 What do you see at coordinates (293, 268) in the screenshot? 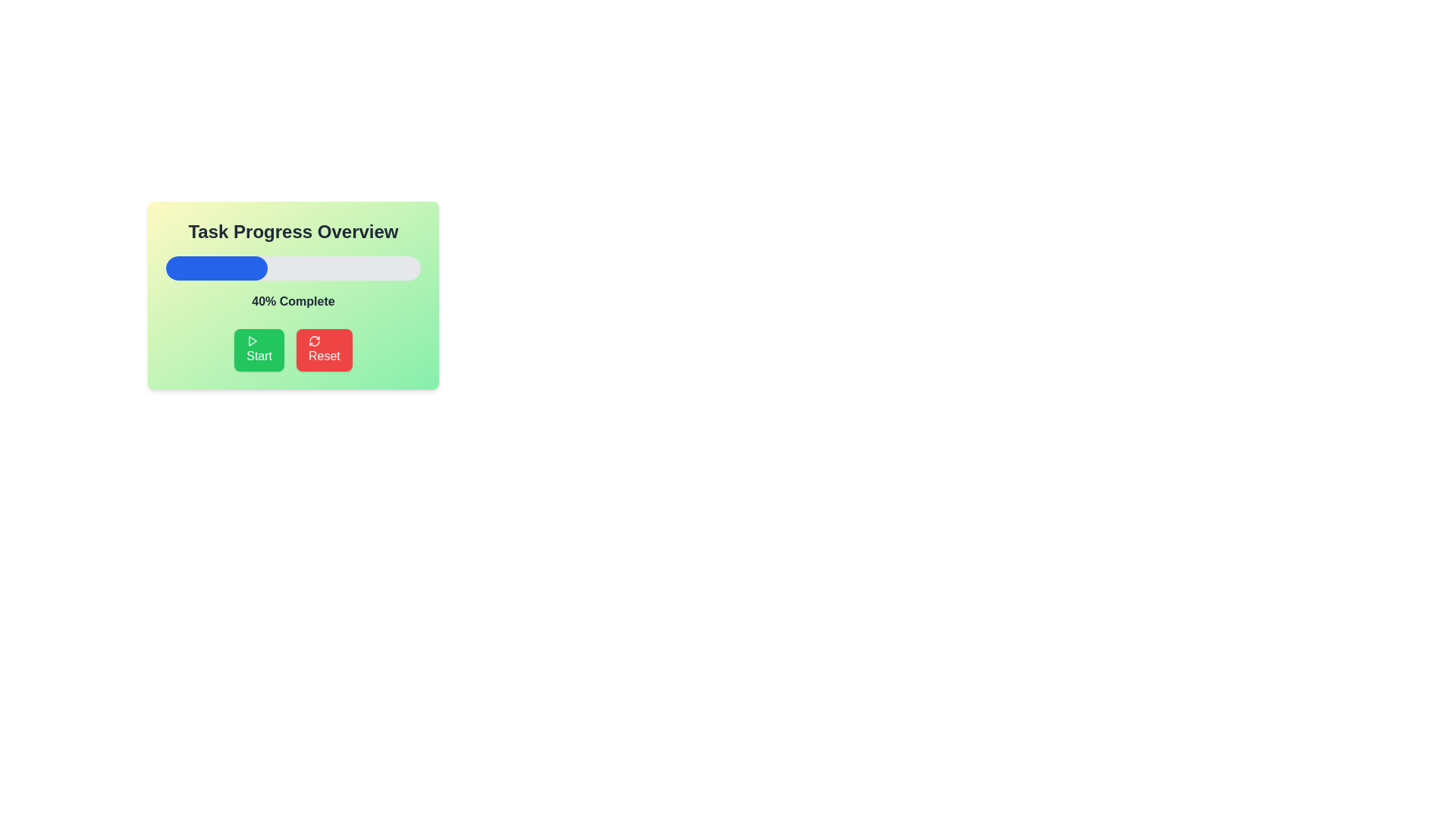
I see `the progress bar indicating 40% completion in the 'Task Progress Overview' section` at bounding box center [293, 268].